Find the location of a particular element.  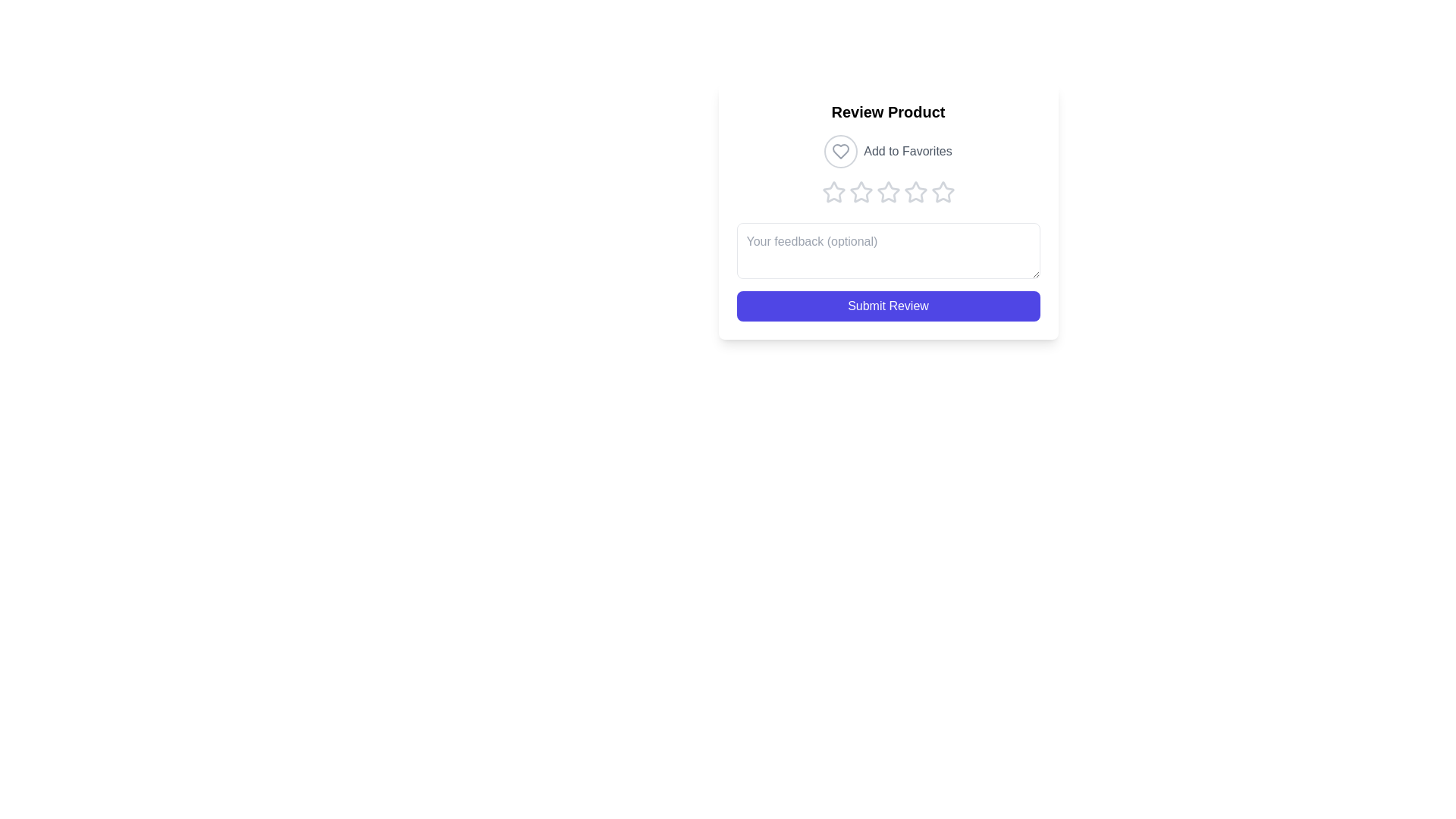

the 'Add to Favorites' button is located at coordinates (888, 152).